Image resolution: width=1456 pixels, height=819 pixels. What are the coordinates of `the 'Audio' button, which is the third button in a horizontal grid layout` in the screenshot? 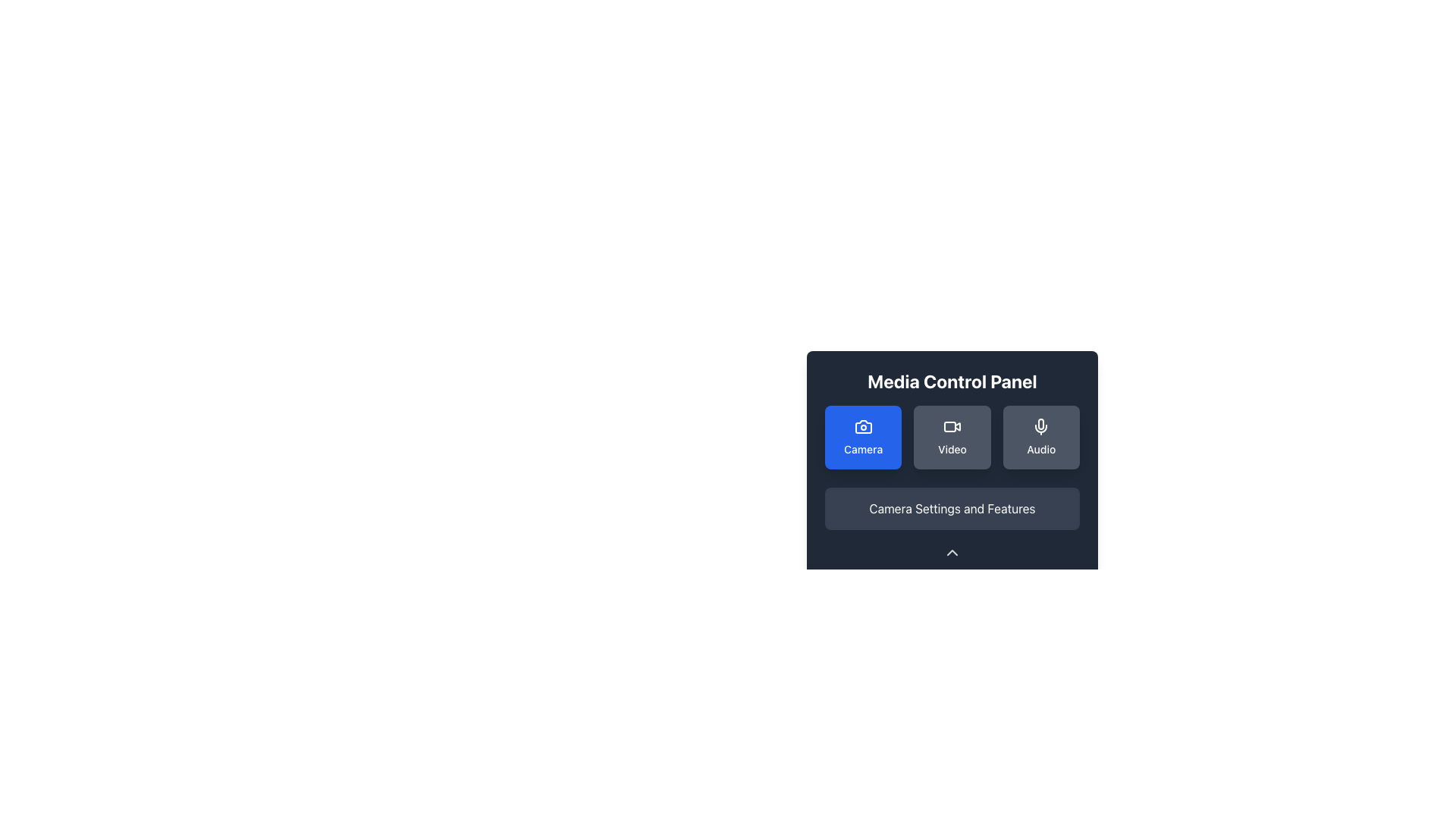 It's located at (1040, 438).